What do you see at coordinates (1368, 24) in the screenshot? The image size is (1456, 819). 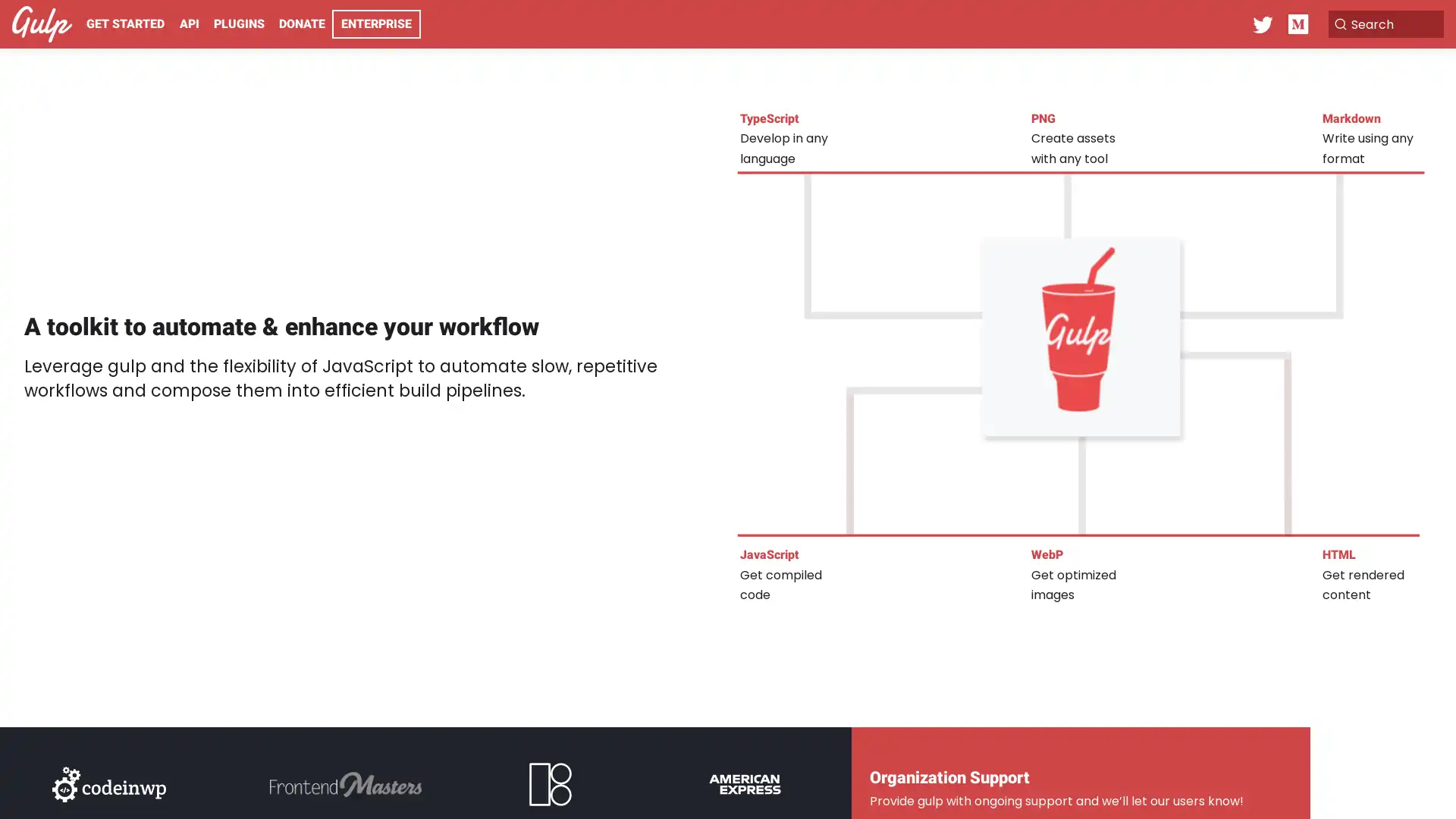 I see `Search` at bounding box center [1368, 24].